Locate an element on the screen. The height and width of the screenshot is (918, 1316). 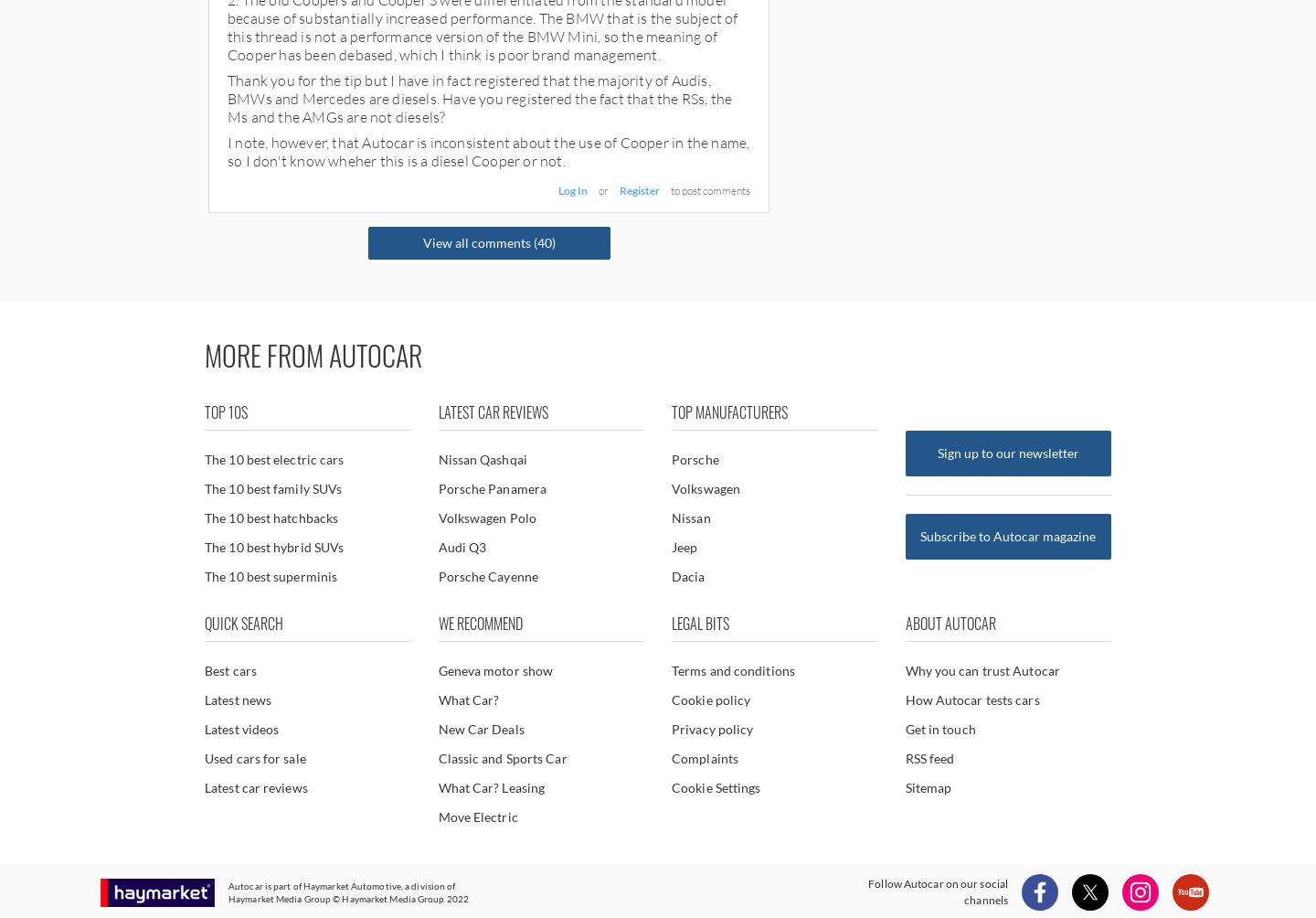
'Top 10s' is located at coordinates (225, 411).